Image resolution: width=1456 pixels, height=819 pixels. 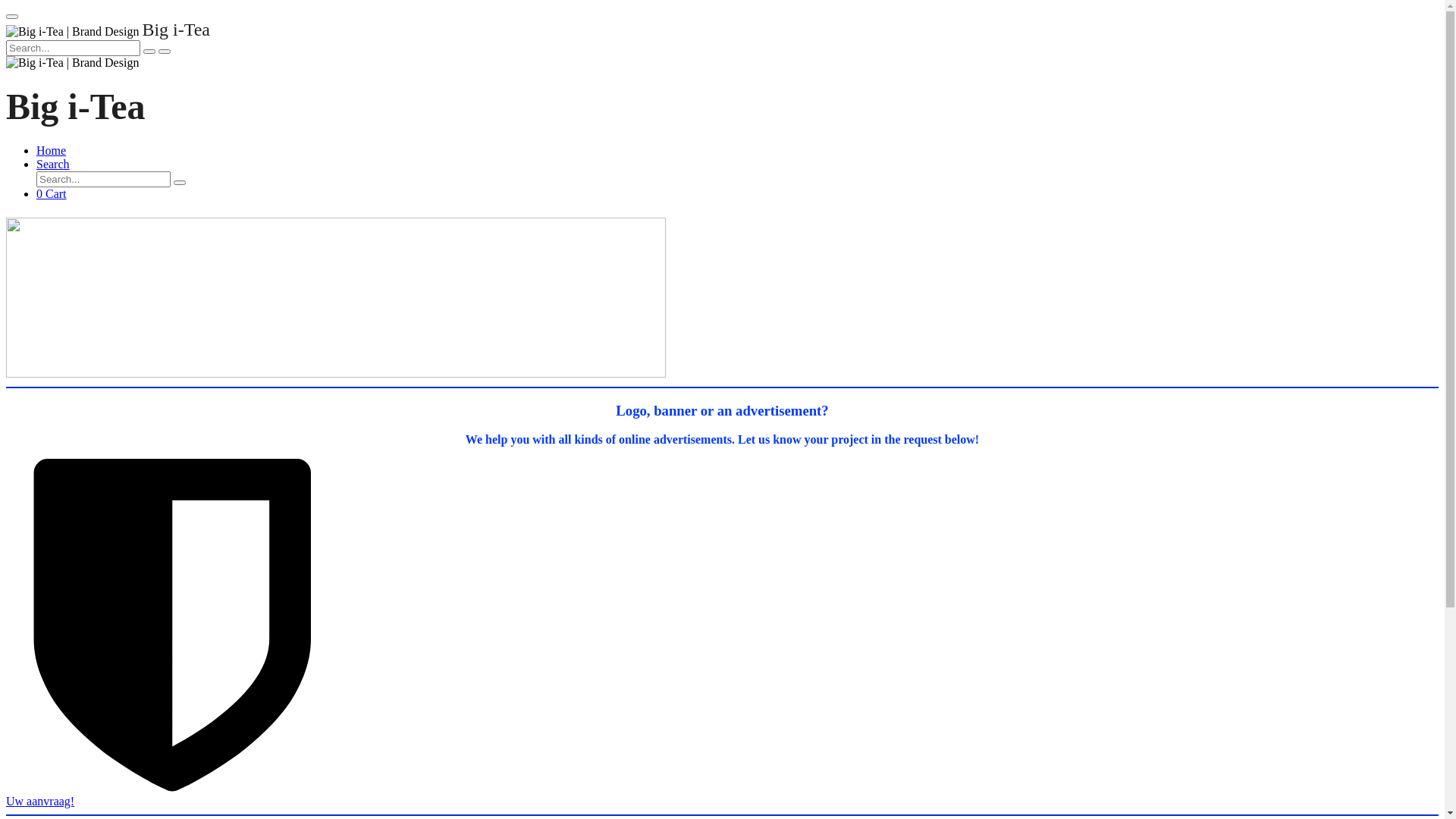 What do you see at coordinates (51, 193) in the screenshot?
I see `'0 Cart'` at bounding box center [51, 193].